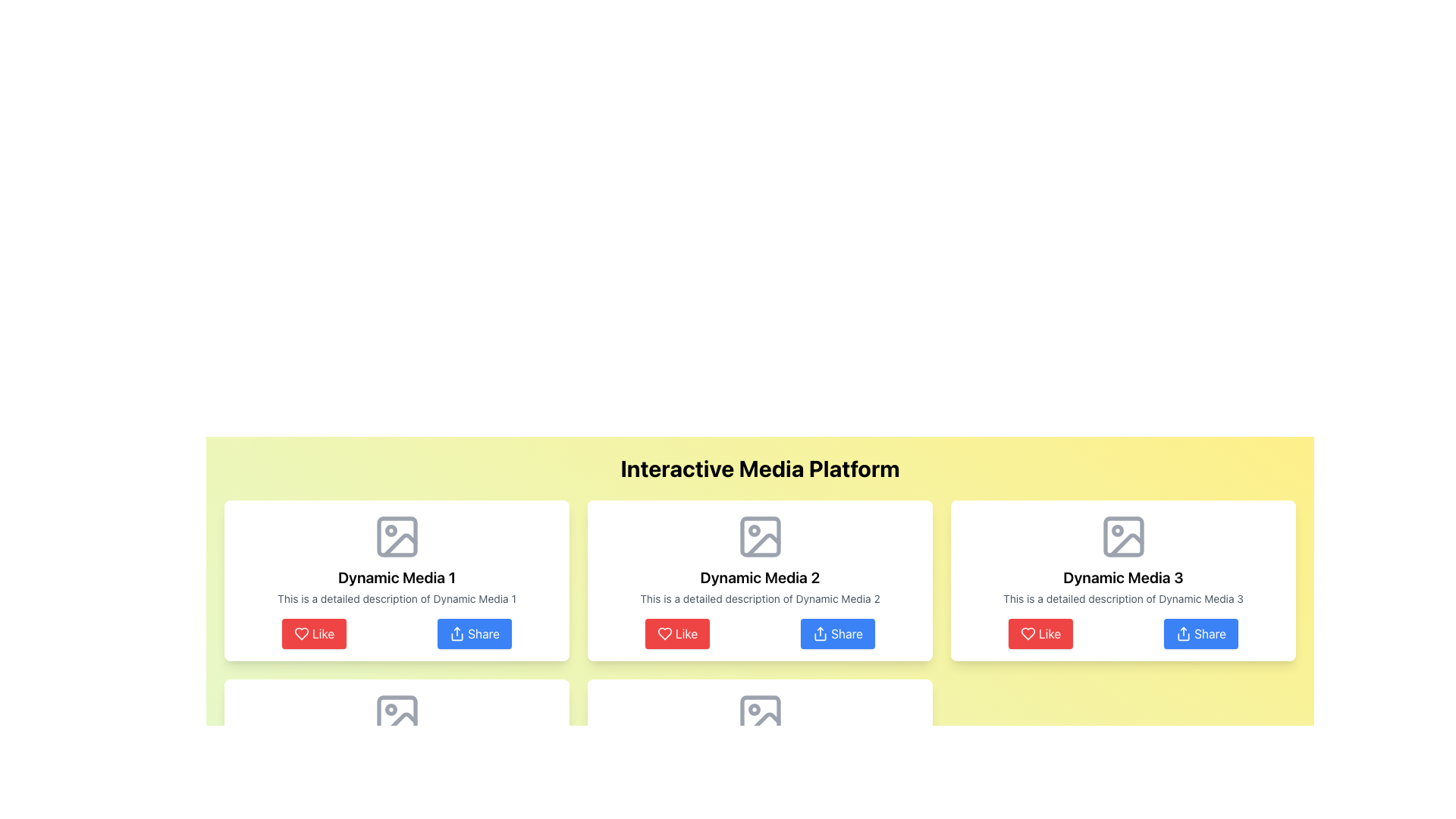 Image resolution: width=1456 pixels, height=819 pixels. What do you see at coordinates (313, 634) in the screenshot?
I see `the 'Like' button which has a red background, white text, and a heart icon, located in the action row of the first card in the grid` at bounding box center [313, 634].